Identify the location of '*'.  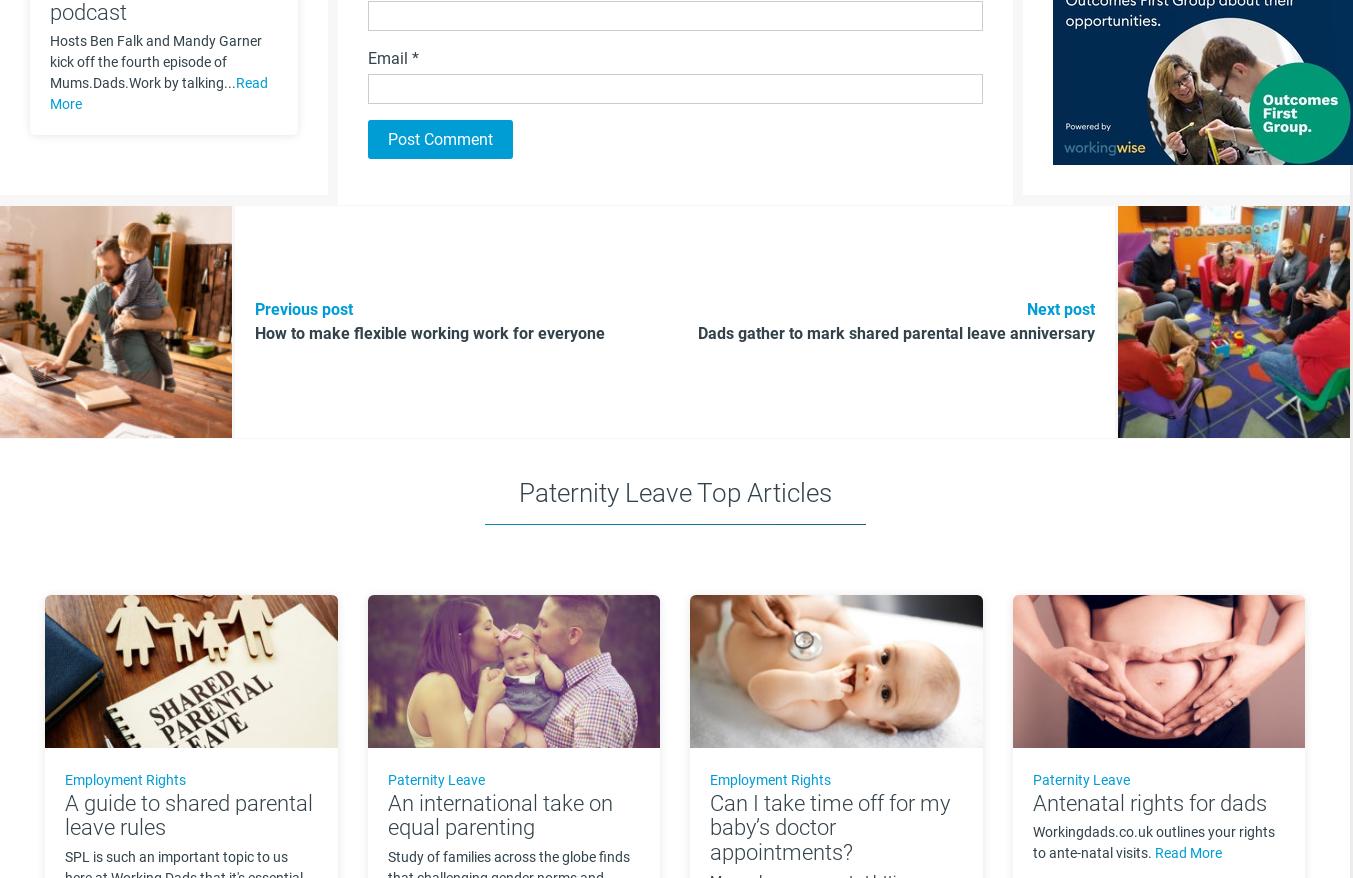
(414, 58).